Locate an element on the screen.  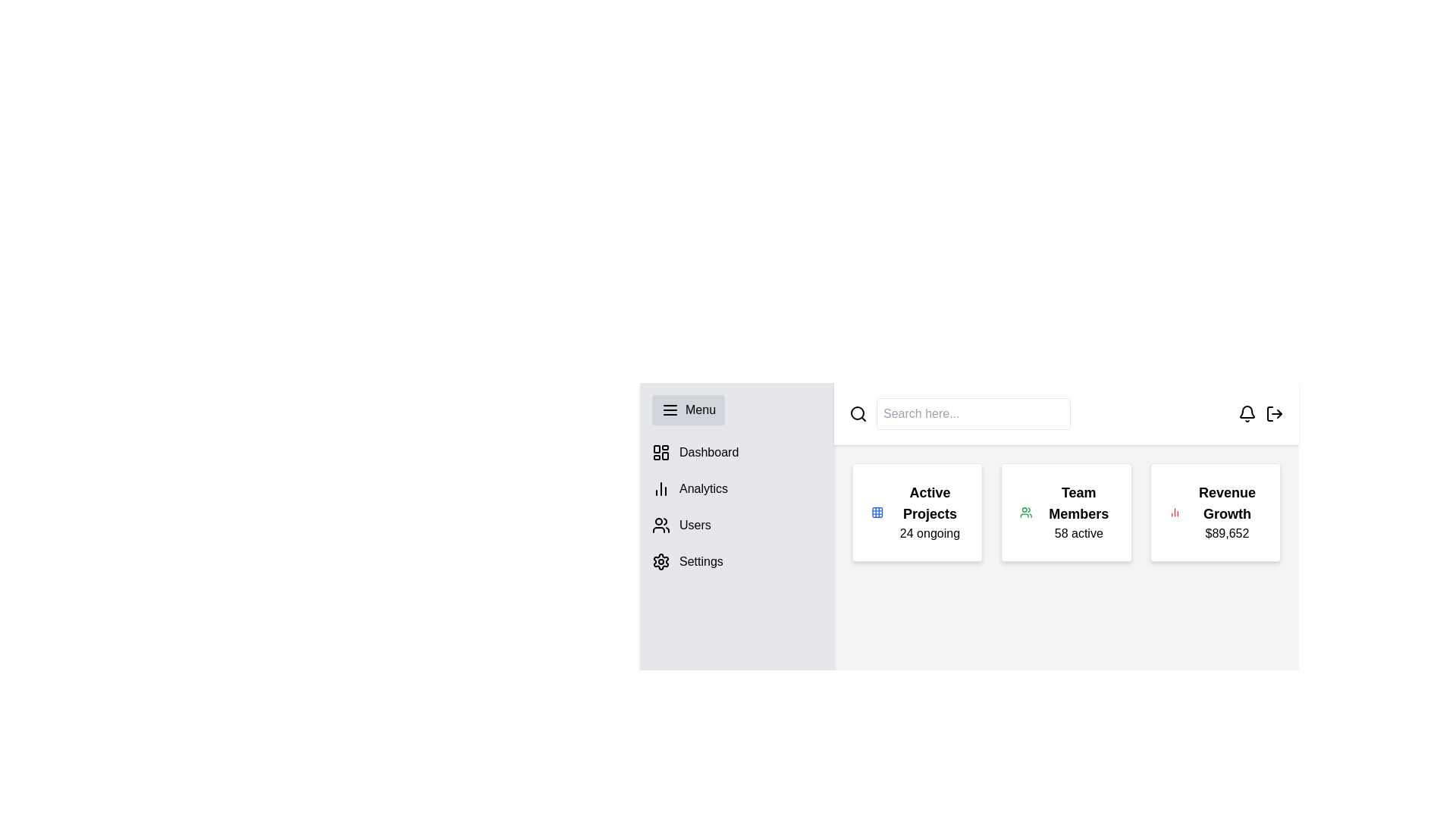
the menu icon, which consists of three horizontally stacked black lines is located at coordinates (669, 409).